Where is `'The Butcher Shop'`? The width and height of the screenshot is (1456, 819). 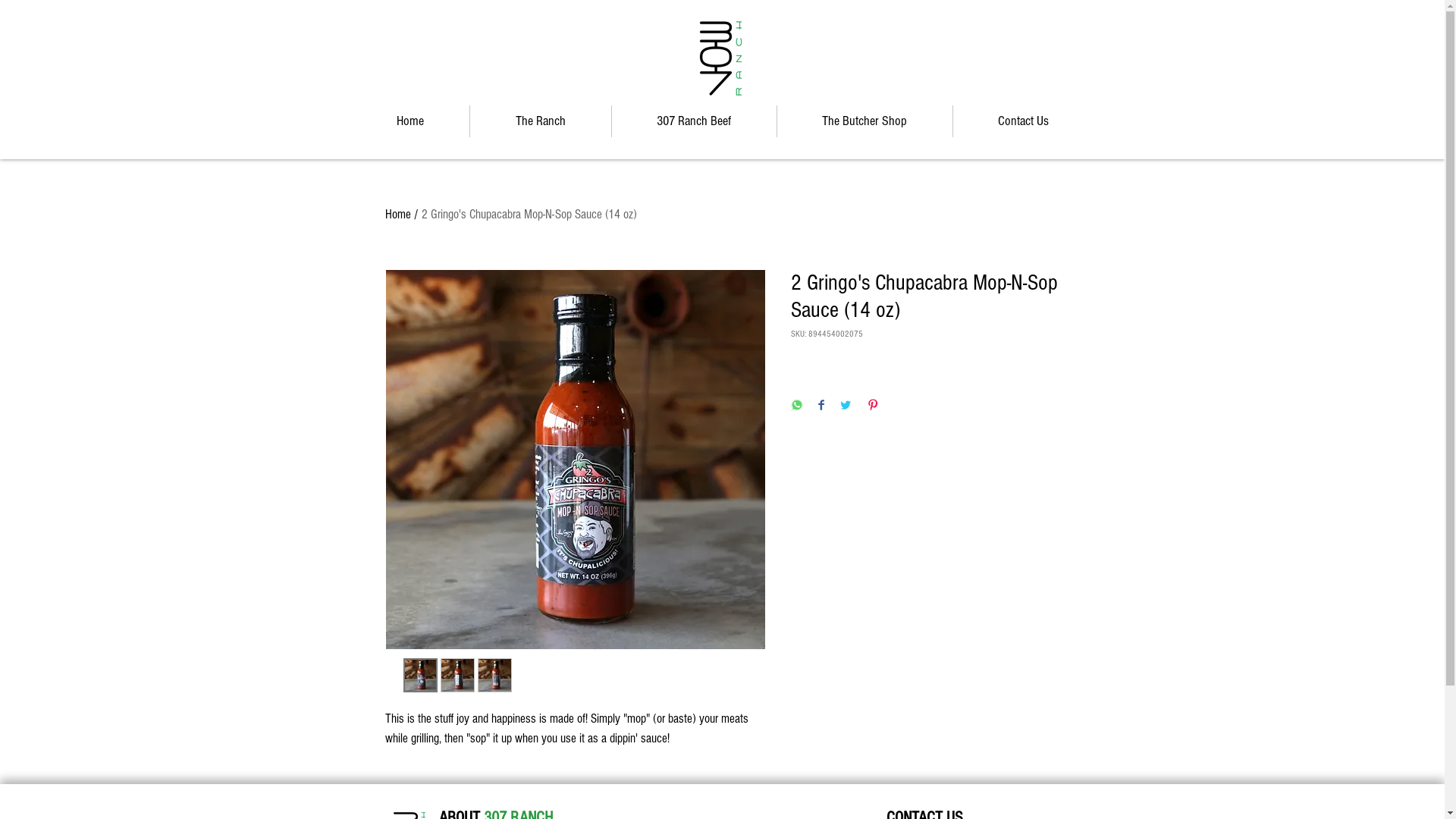
'The Butcher Shop' is located at coordinates (776, 120).